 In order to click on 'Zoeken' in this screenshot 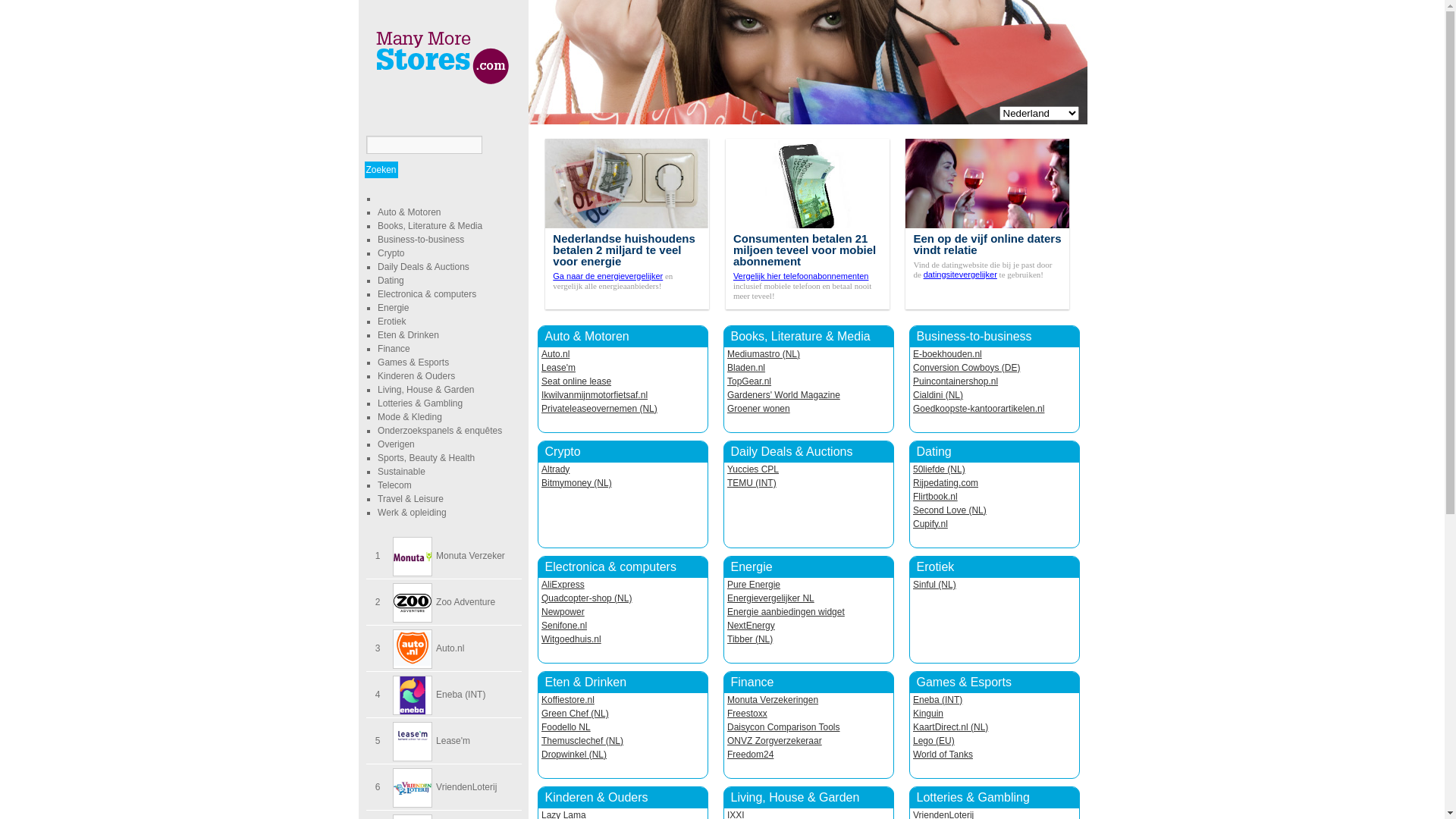, I will do `click(381, 169)`.